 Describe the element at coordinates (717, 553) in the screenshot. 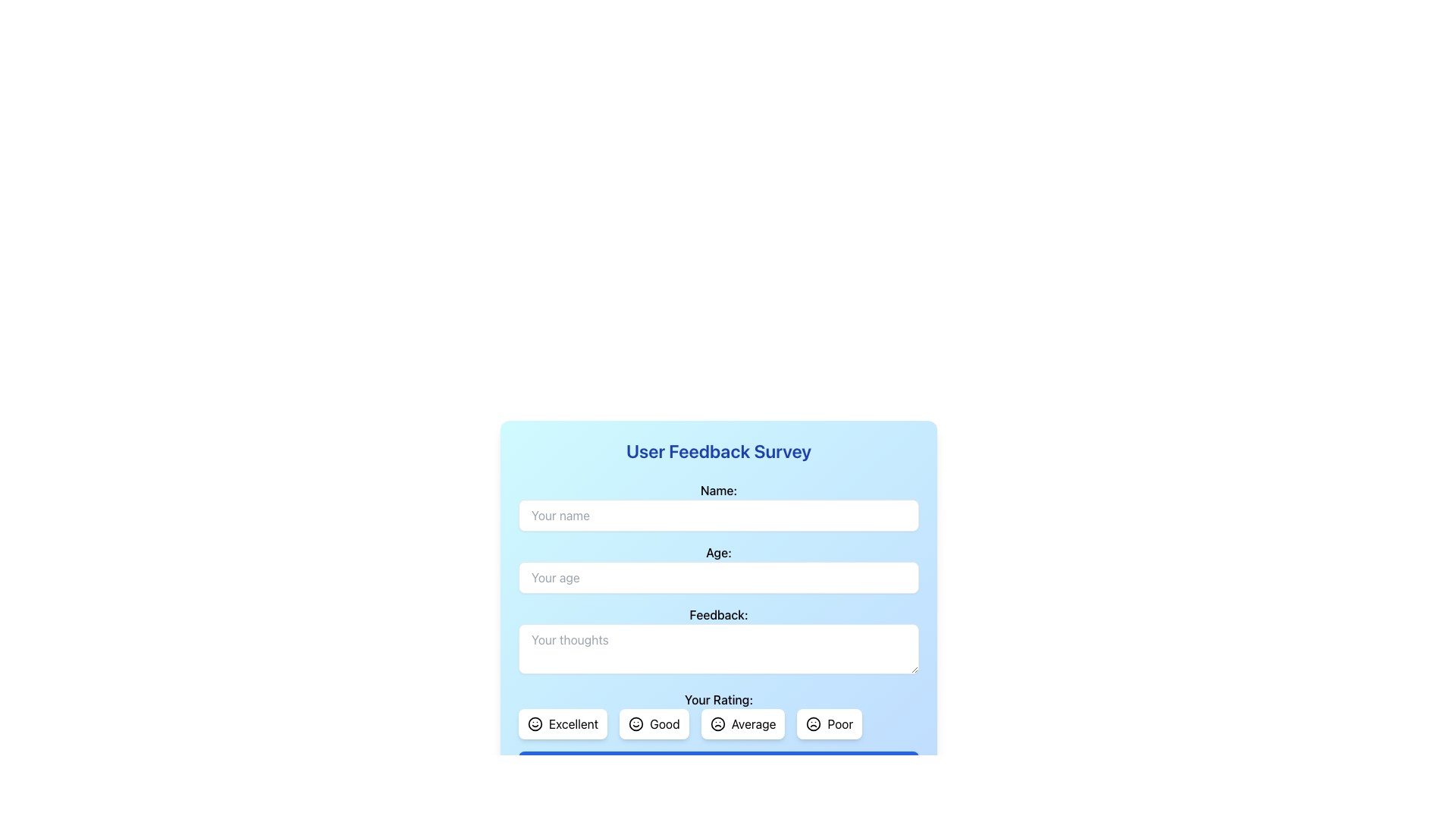

I see `the text label that displays 'Age:' in a medium thickness font, located in the 'User Feedback Survey' form, positioned to the top-left of the age input field` at that location.